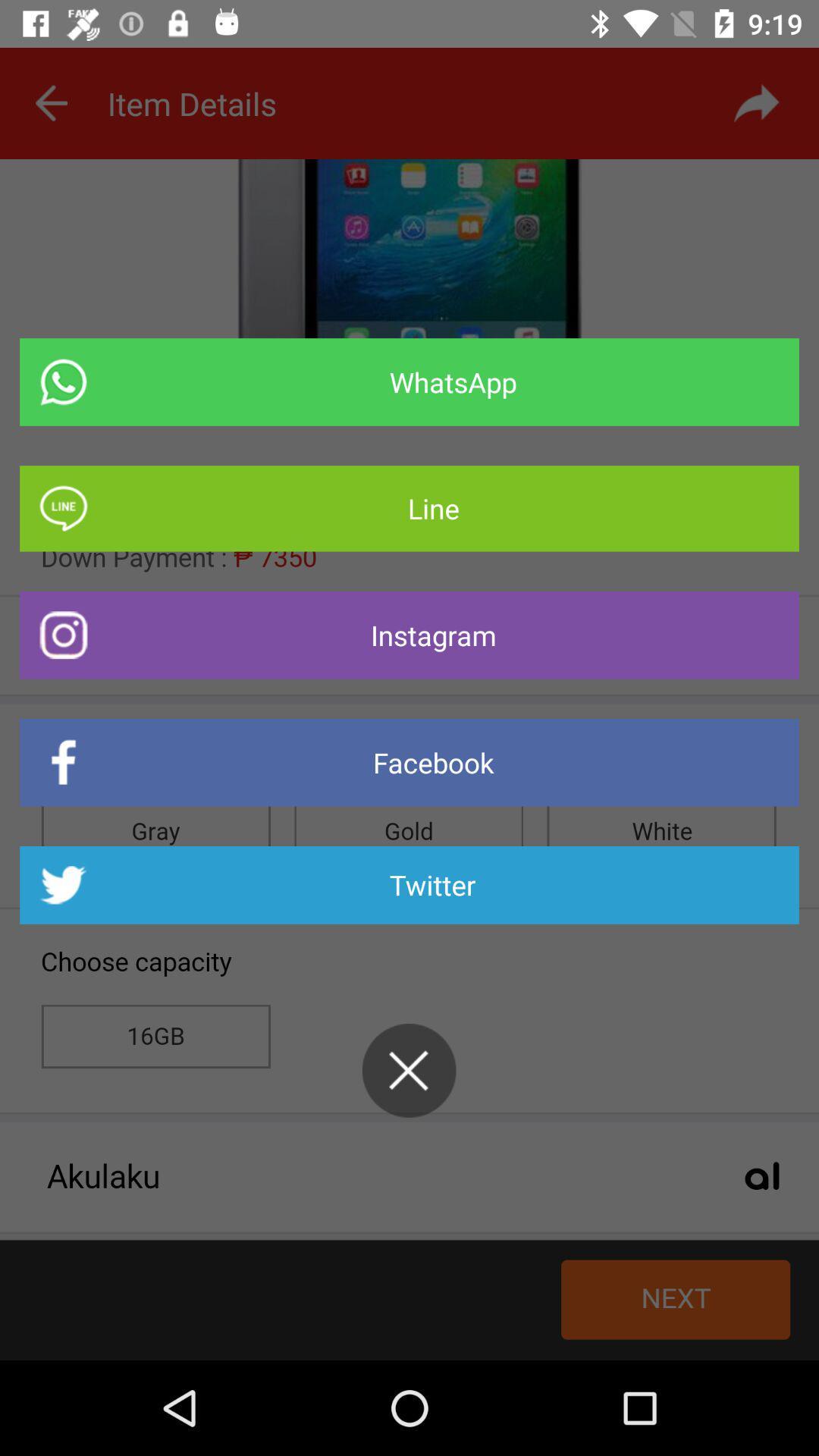 Image resolution: width=819 pixels, height=1456 pixels. Describe the element at coordinates (408, 1069) in the screenshot. I see `the close icon` at that location.